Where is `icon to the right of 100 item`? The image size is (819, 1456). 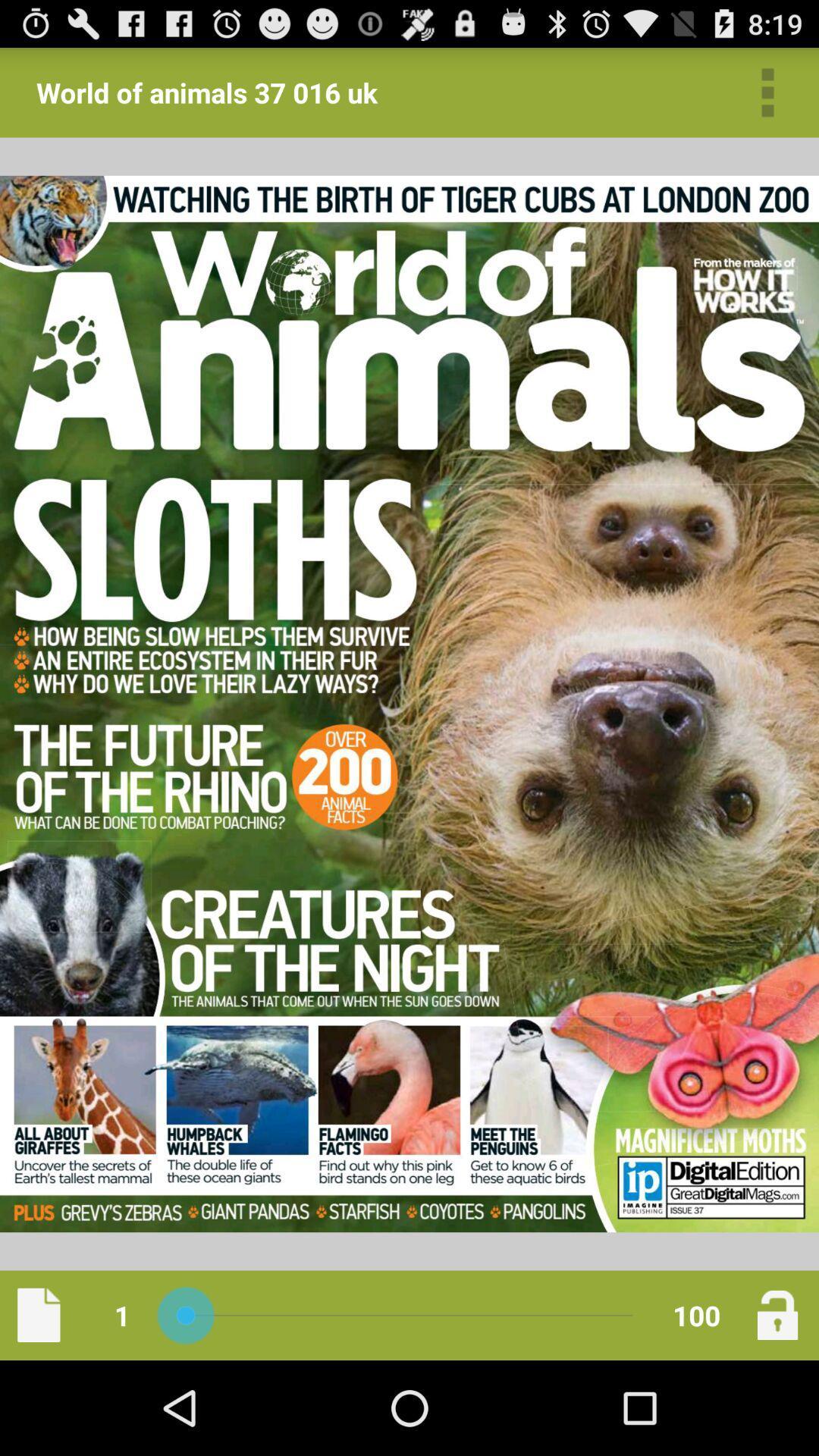 icon to the right of 100 item is located at coordinates (777, 1314).